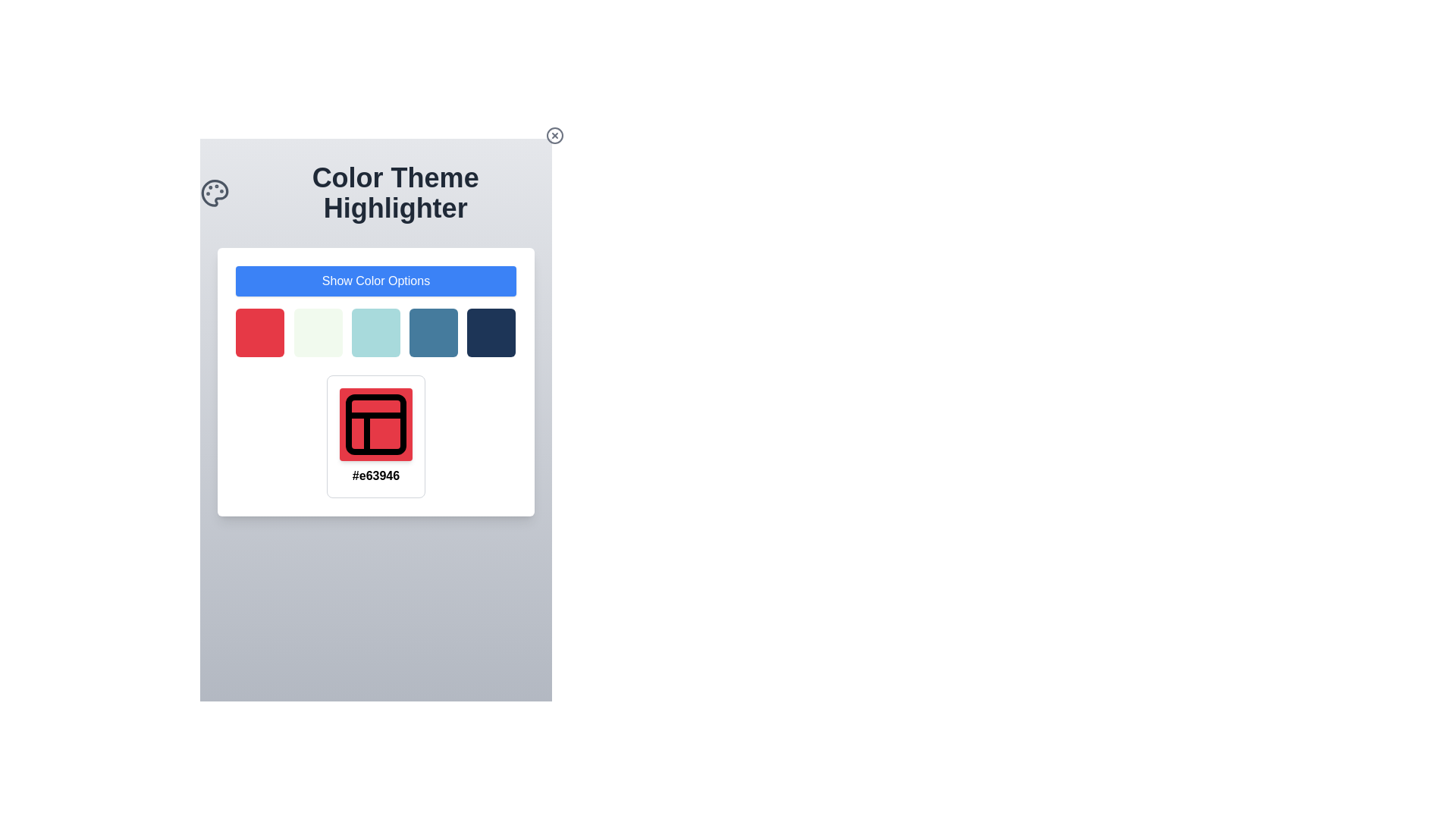  Describe the element at coordinates (433, 332) in the screenshot. I see `the fourth color square in the color palette located under the 'Show Color Options' button` at that location.